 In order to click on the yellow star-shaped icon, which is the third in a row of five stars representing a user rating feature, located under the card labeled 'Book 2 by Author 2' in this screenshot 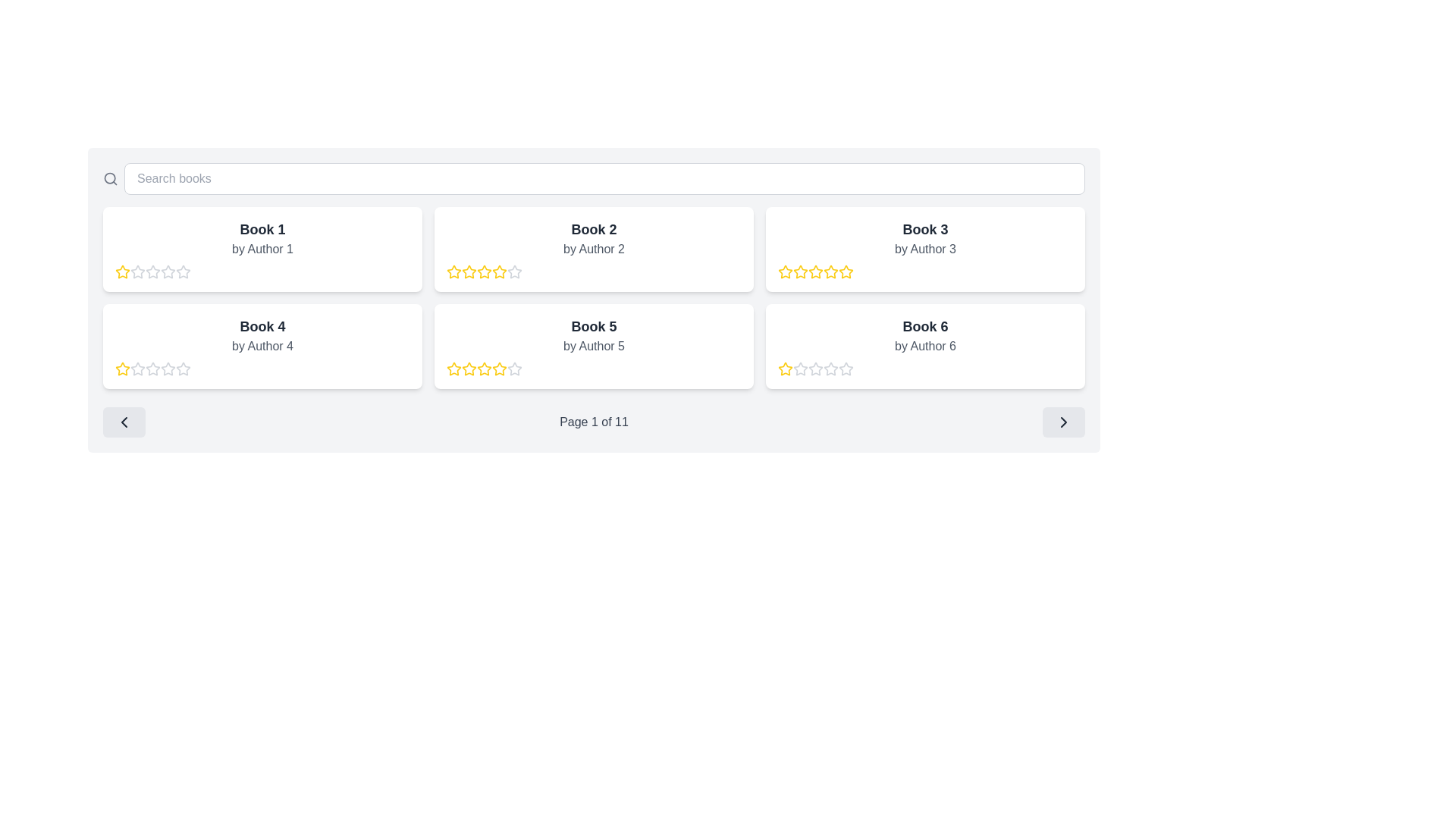, I will do `click(469, 271)`.